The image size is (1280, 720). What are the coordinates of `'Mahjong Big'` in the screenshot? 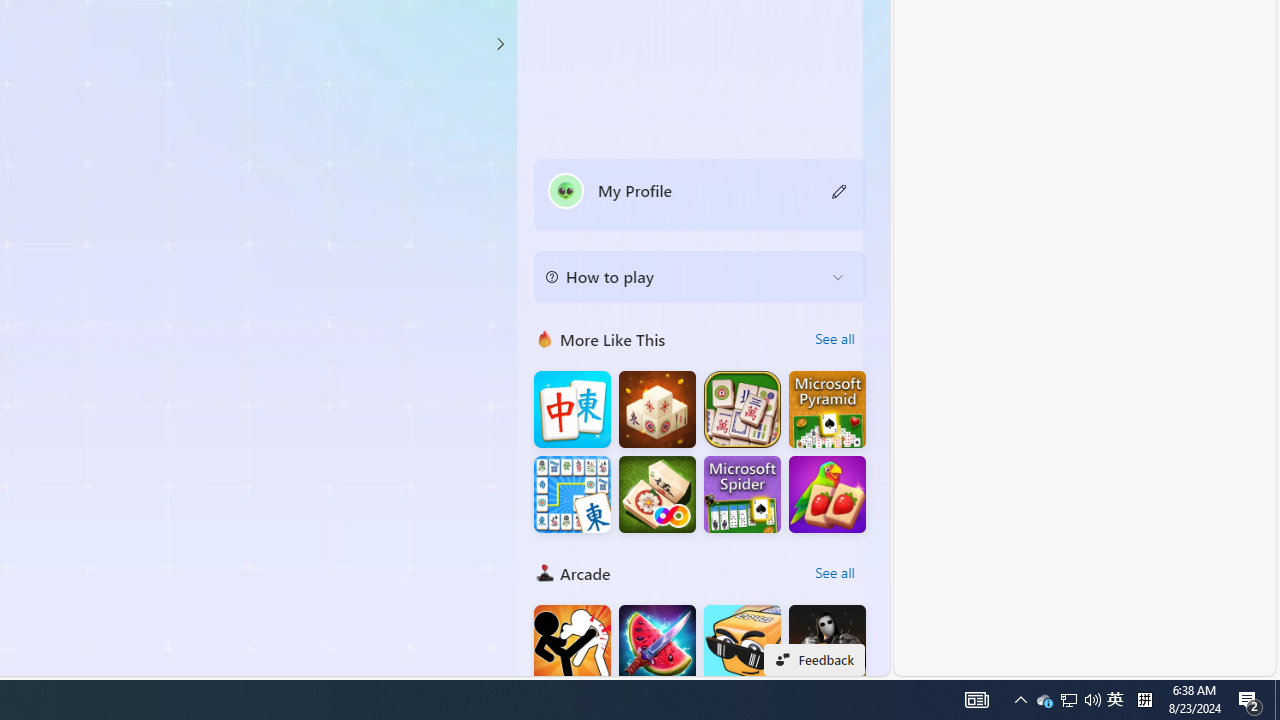 It's located at (571, 408).